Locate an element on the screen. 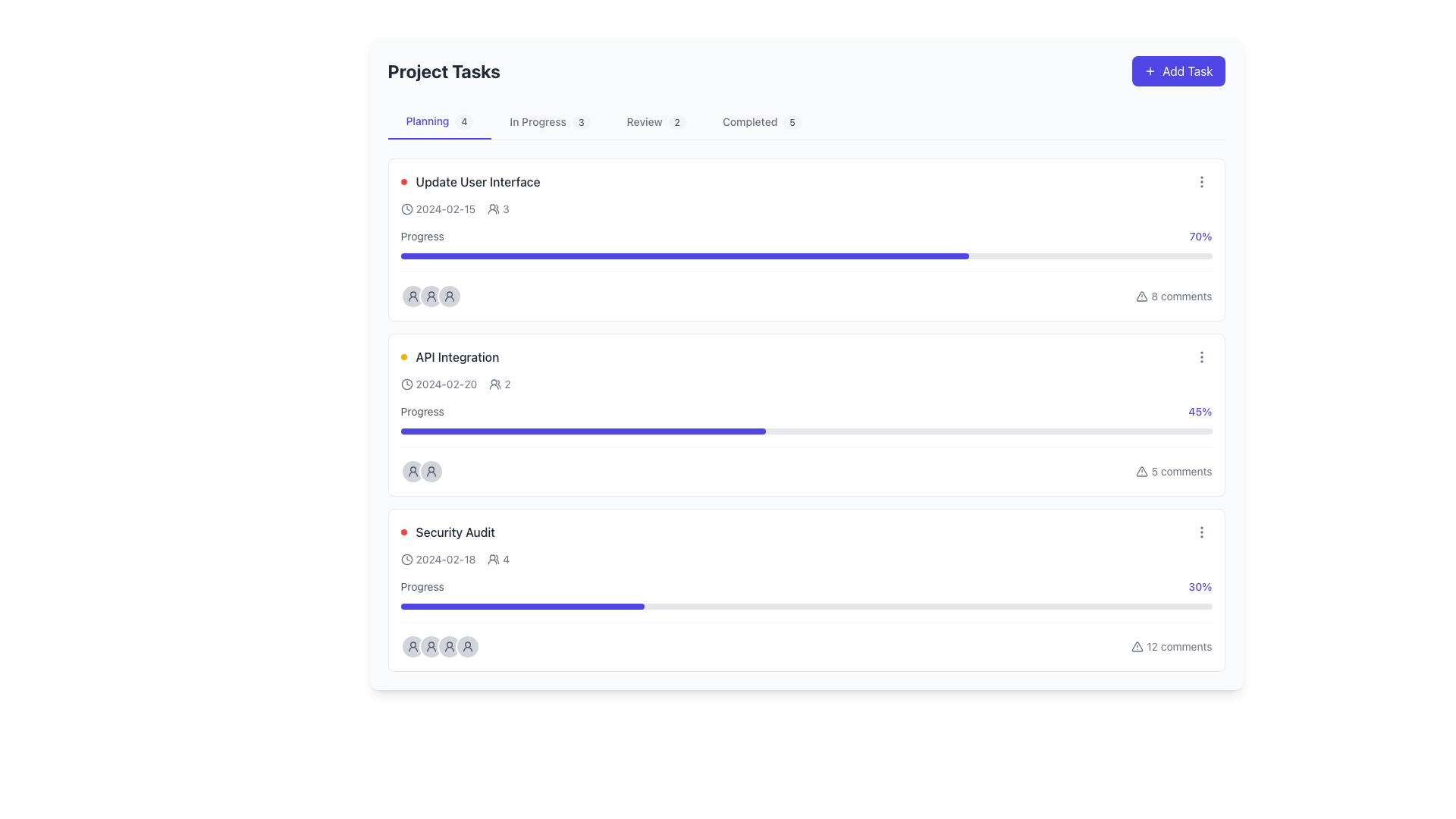 This screenshot has height=819, width=1456. warning icon associated with the '12 comments' informational text located at the bottom-right corner of the 'Security Audit' task card is located at coordinates (1171, 646).